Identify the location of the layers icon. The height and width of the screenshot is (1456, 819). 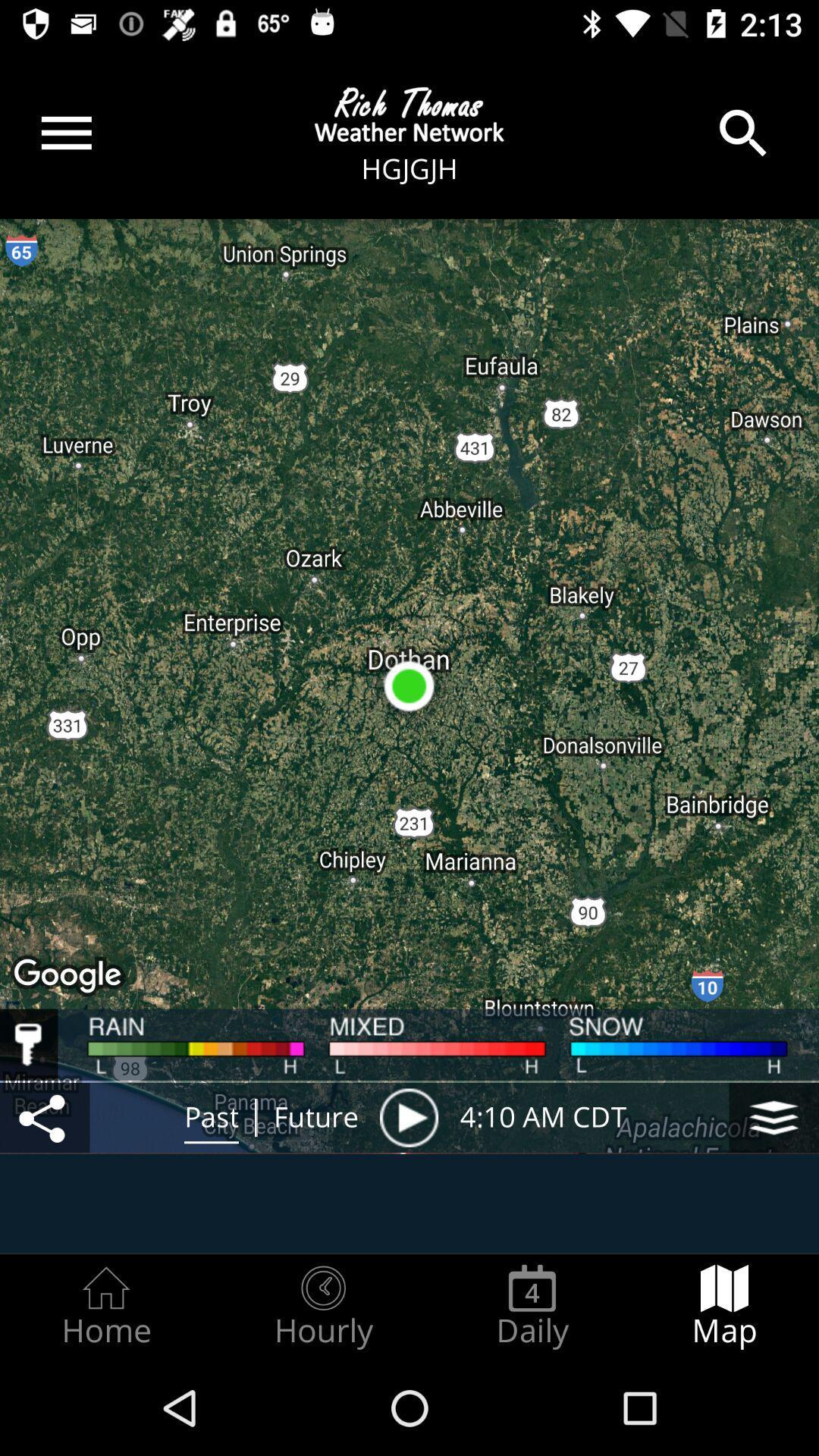
(773, 1118).